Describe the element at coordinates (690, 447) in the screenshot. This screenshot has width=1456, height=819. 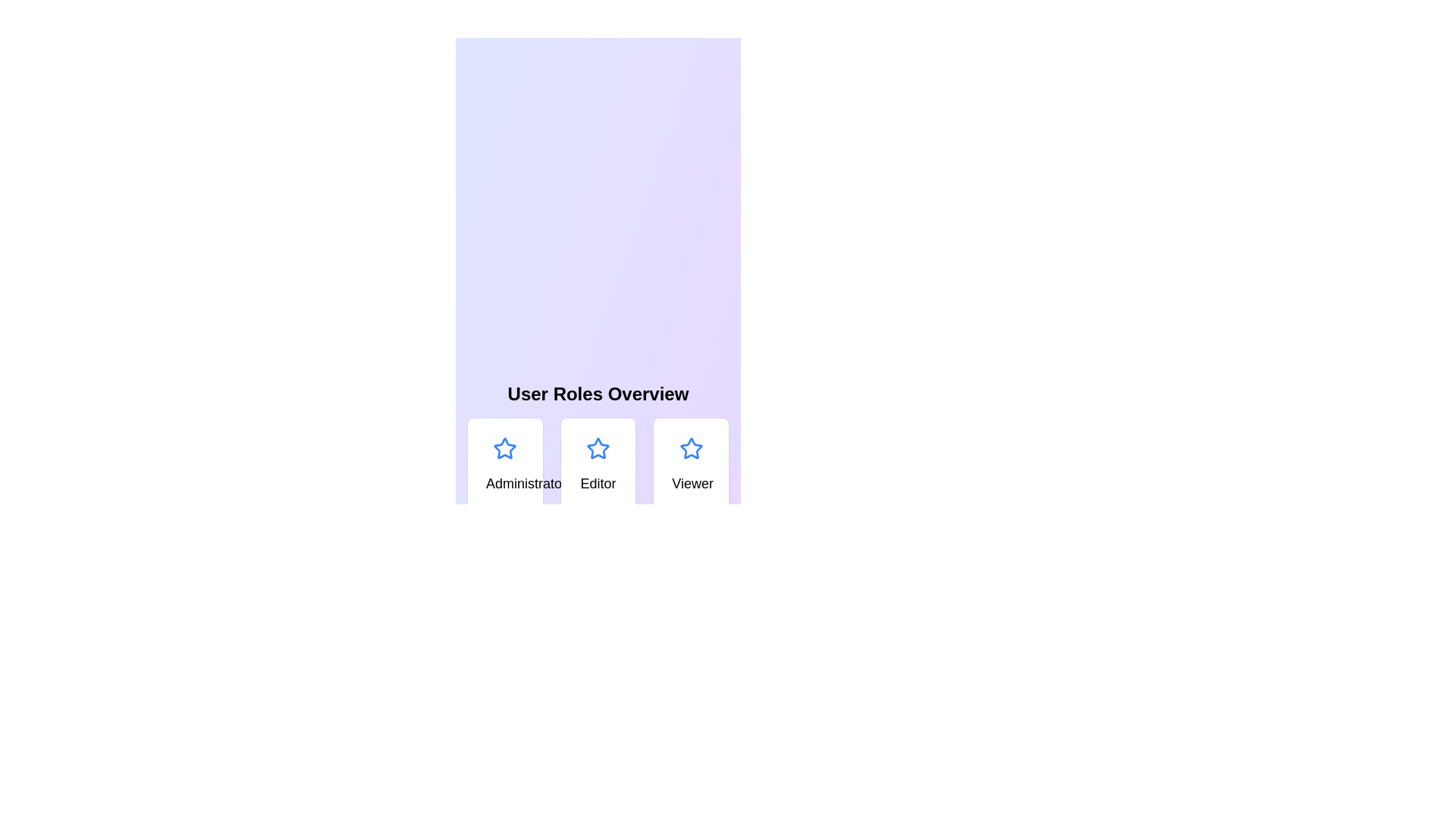
I see `the blue outlined star icon with a white background, which is the leftmost visual component in the Viewer card at the bottom of the layout` at that location.